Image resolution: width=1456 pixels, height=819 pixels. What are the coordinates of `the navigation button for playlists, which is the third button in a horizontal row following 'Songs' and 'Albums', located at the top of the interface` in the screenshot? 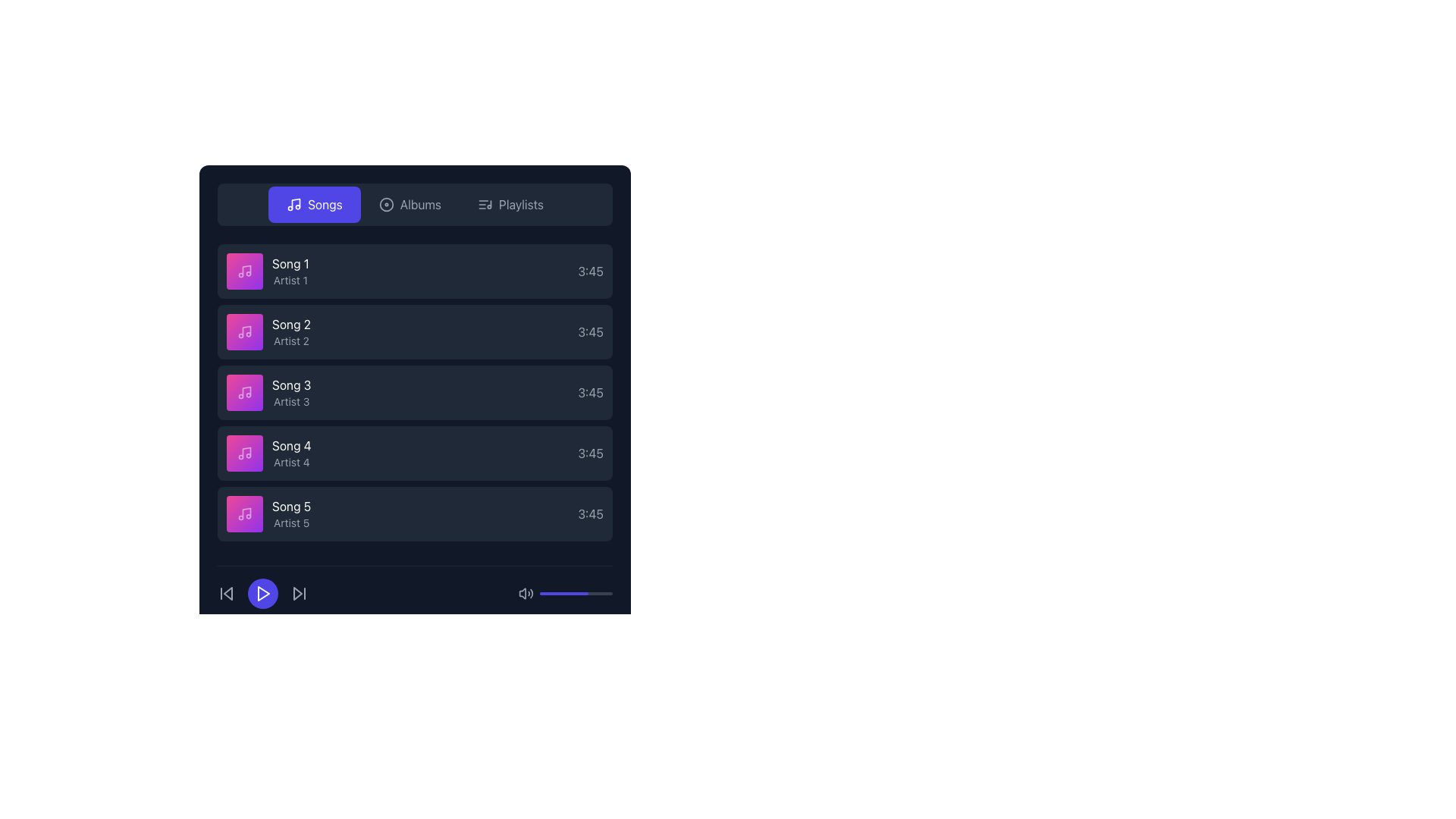 It's located at (510, 205).